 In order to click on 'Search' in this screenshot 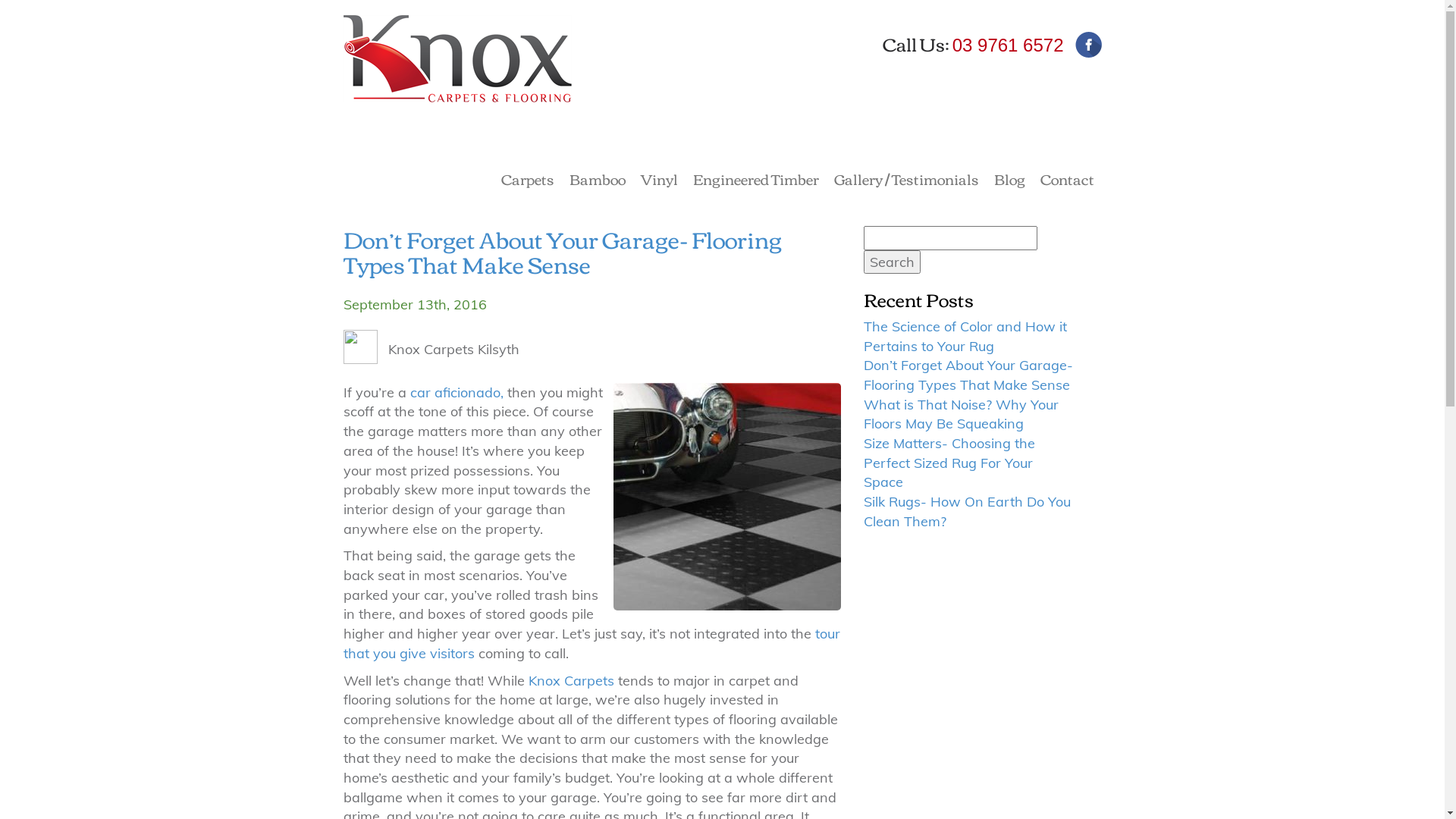, I will do `click(892, 262)`.